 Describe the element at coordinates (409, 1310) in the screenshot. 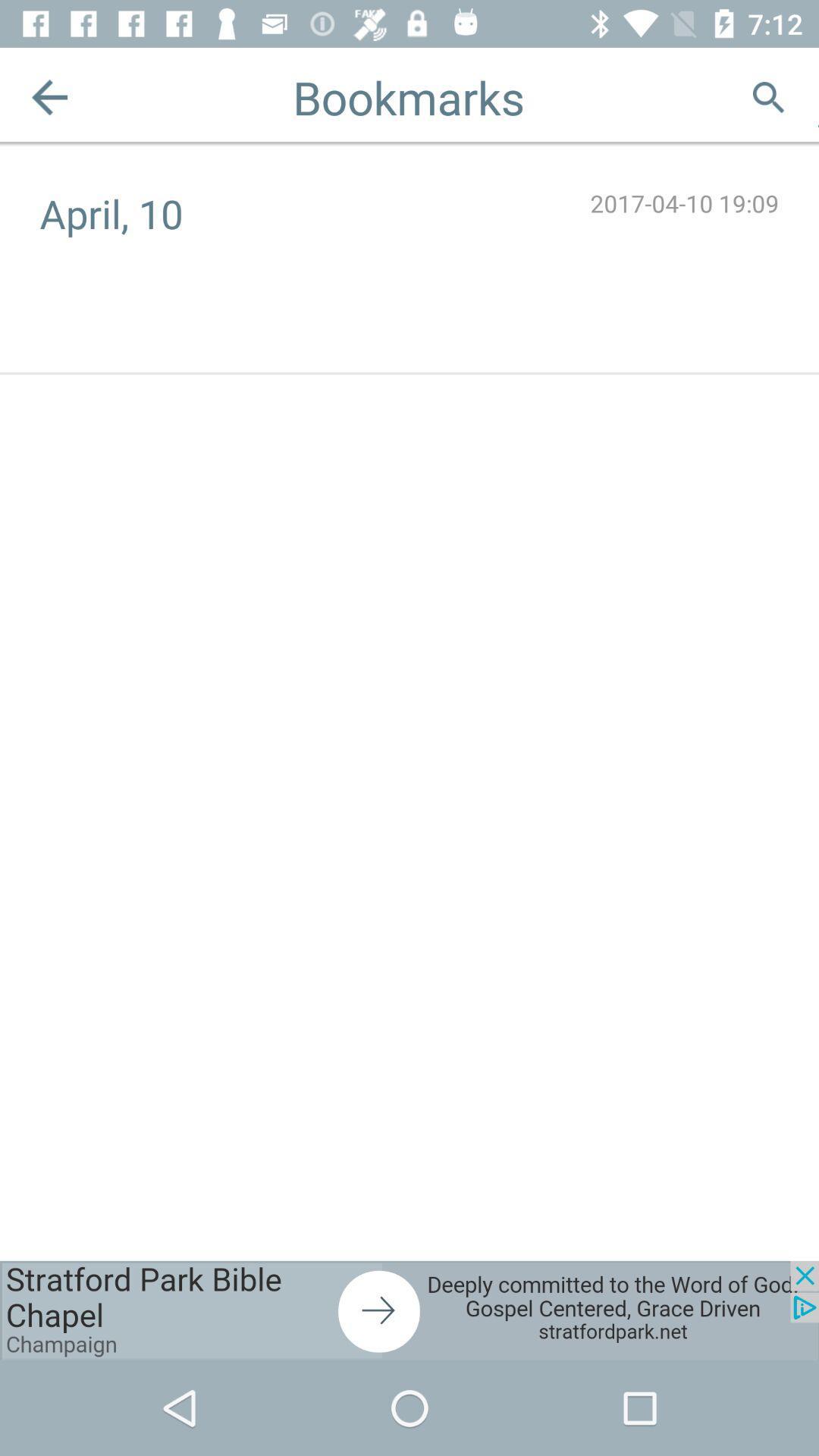

I see `advertisement page` at that location.